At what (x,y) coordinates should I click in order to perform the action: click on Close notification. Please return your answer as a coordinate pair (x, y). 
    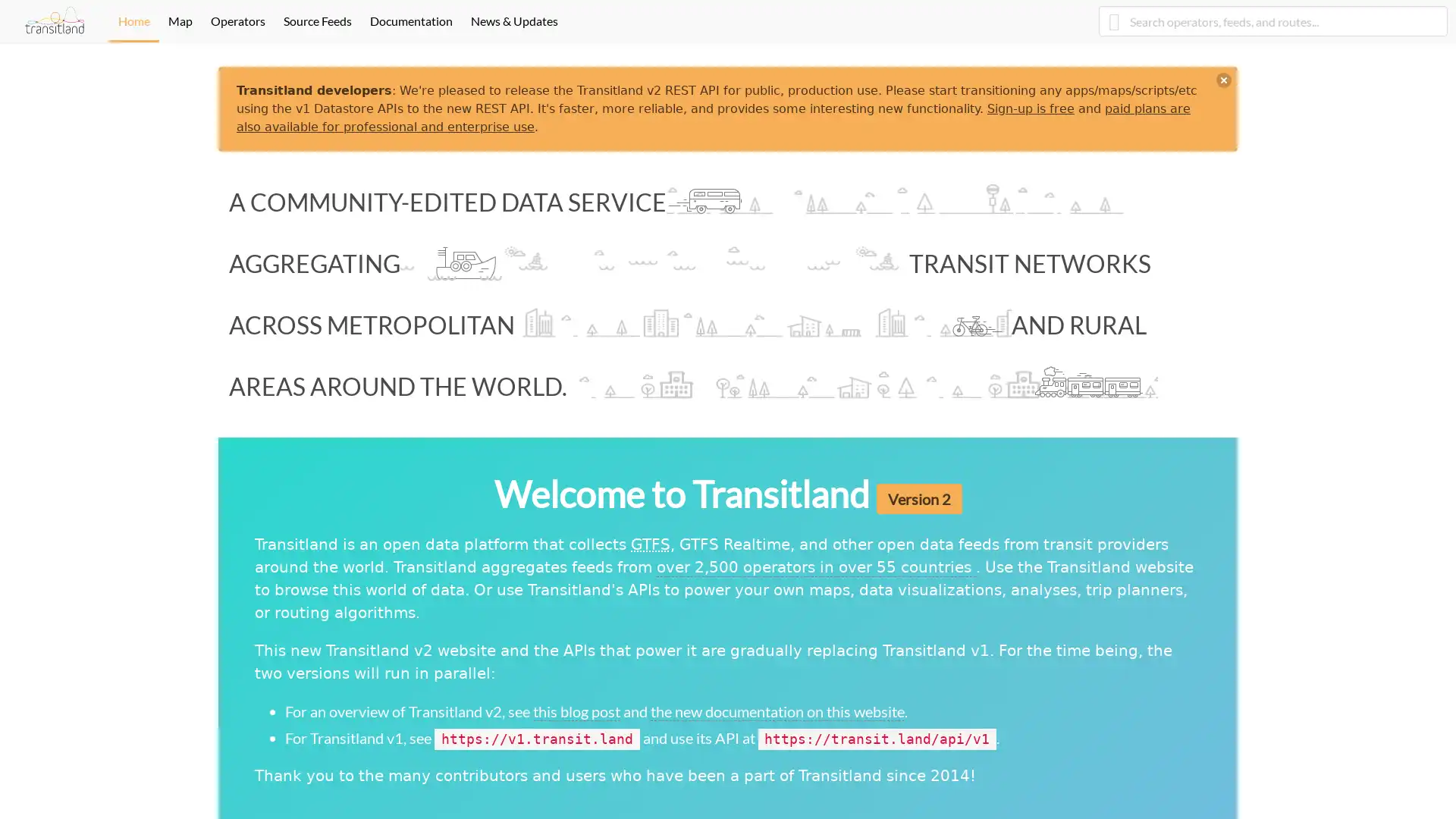
    Looking at the image, I should click on (1223, 80).